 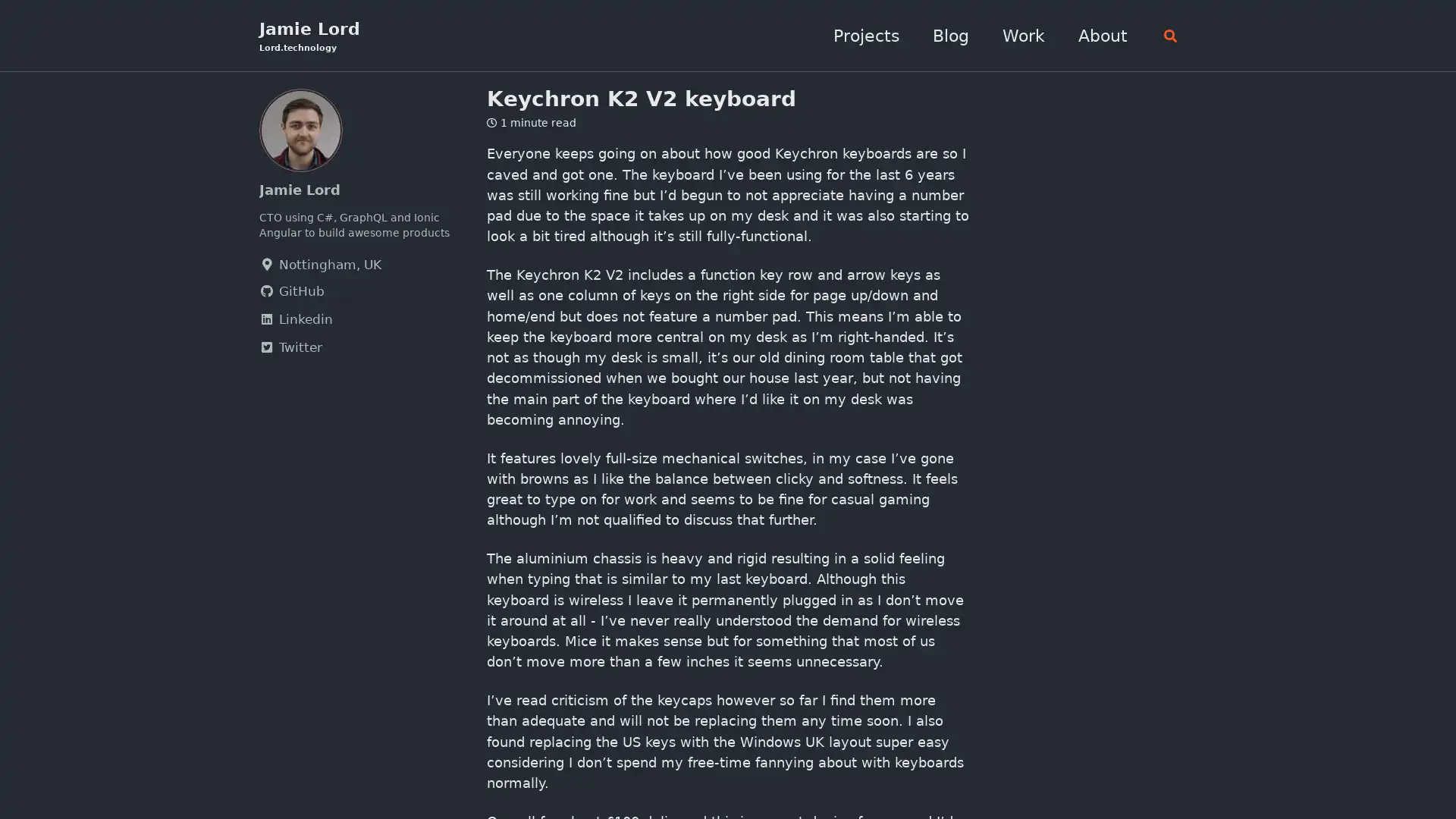 I want to click on Toggle search, so click(x=1166, y=35).